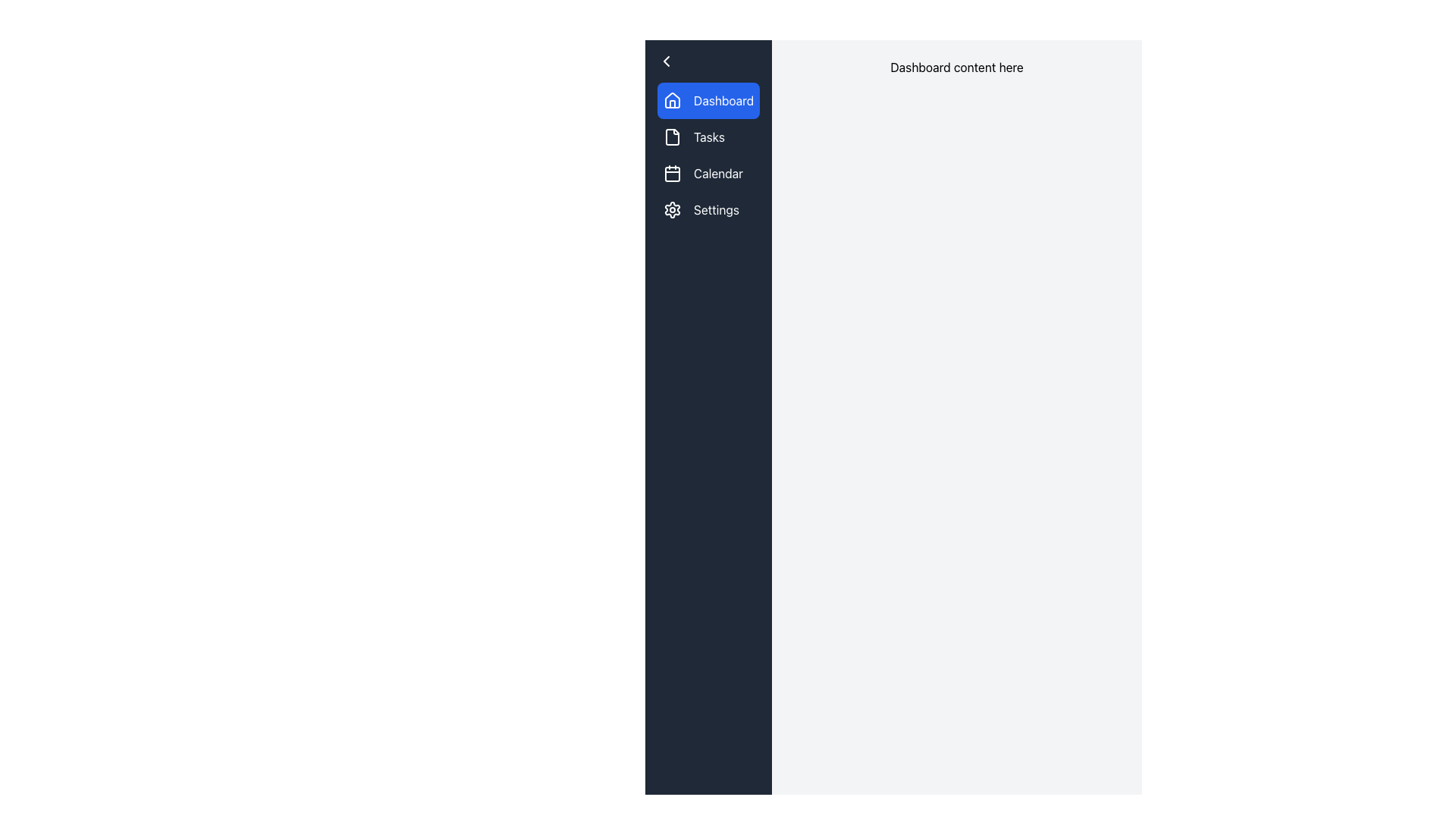 This screenshot has width=1456, height=819. I want to click on the 'Dashboard' button located at the top of the sidebar menu, so click(708, 100).